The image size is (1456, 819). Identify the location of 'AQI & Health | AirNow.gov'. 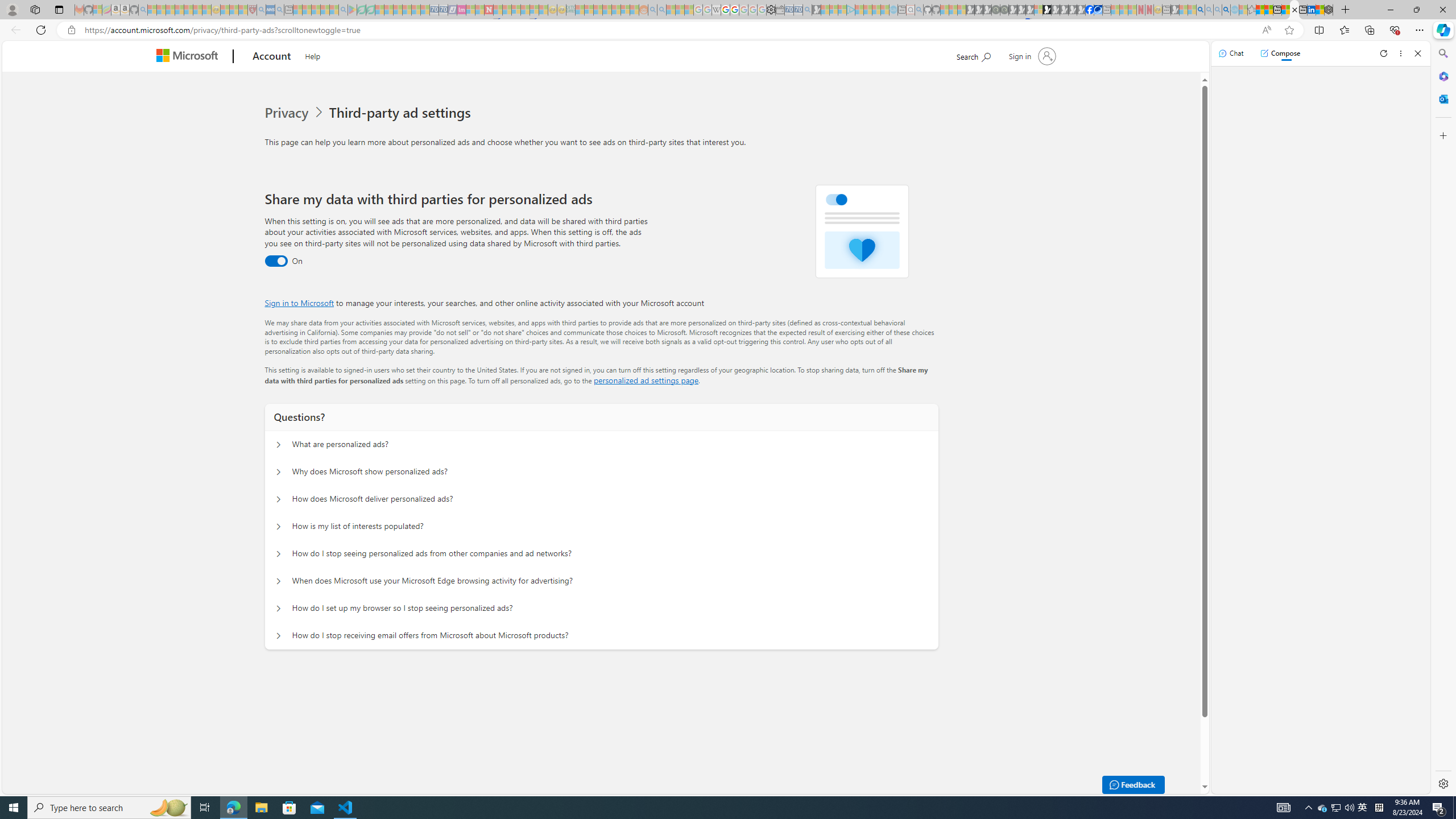
(1098, 9).